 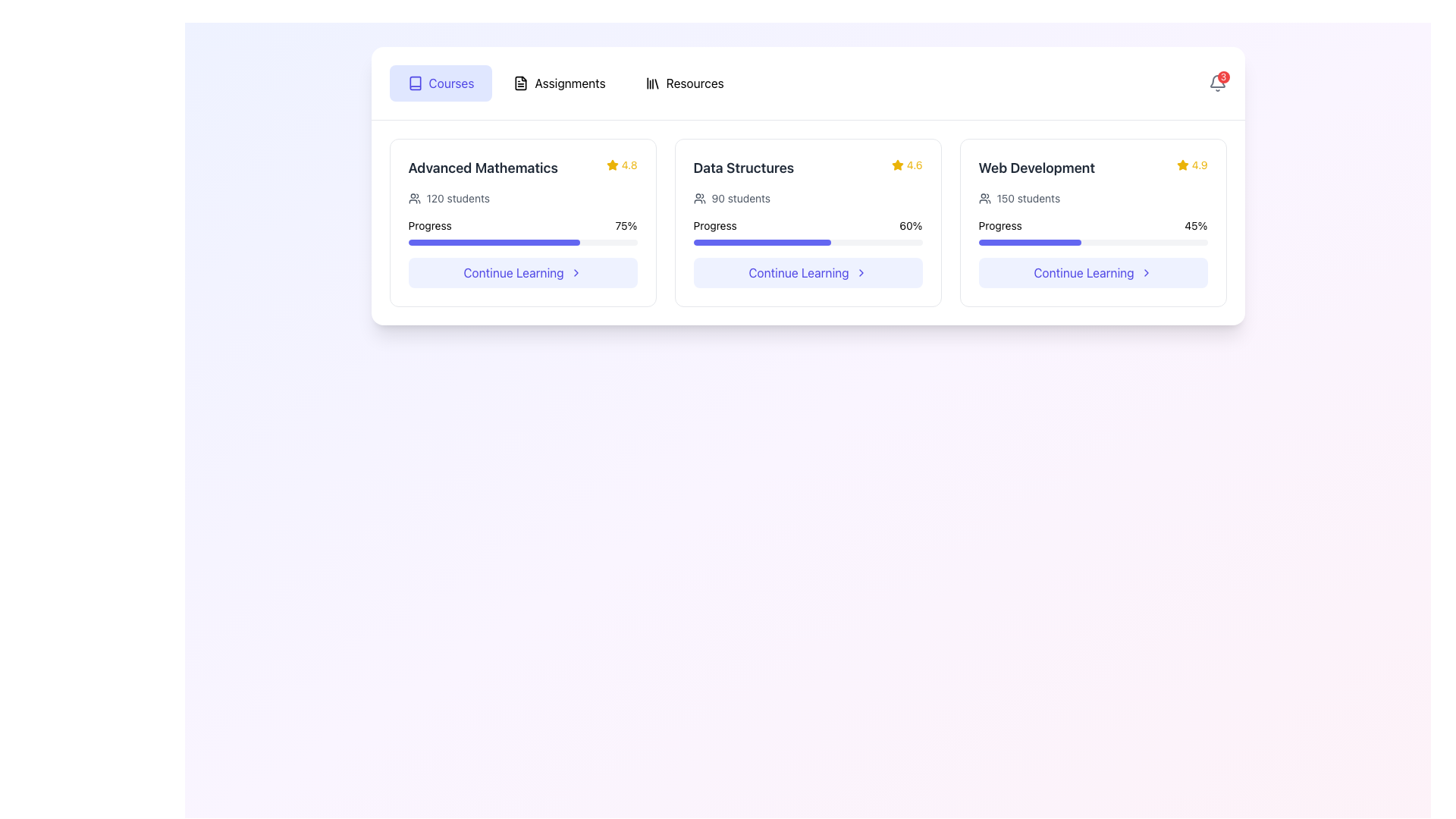 What do you see at coordinates (807, 231) in the screenshot?
I see `the progress displayed in the progress bar labeled 'Progress' showing 60% completion, located within the 'Data Structures' card` at bounding box center [807, 231].